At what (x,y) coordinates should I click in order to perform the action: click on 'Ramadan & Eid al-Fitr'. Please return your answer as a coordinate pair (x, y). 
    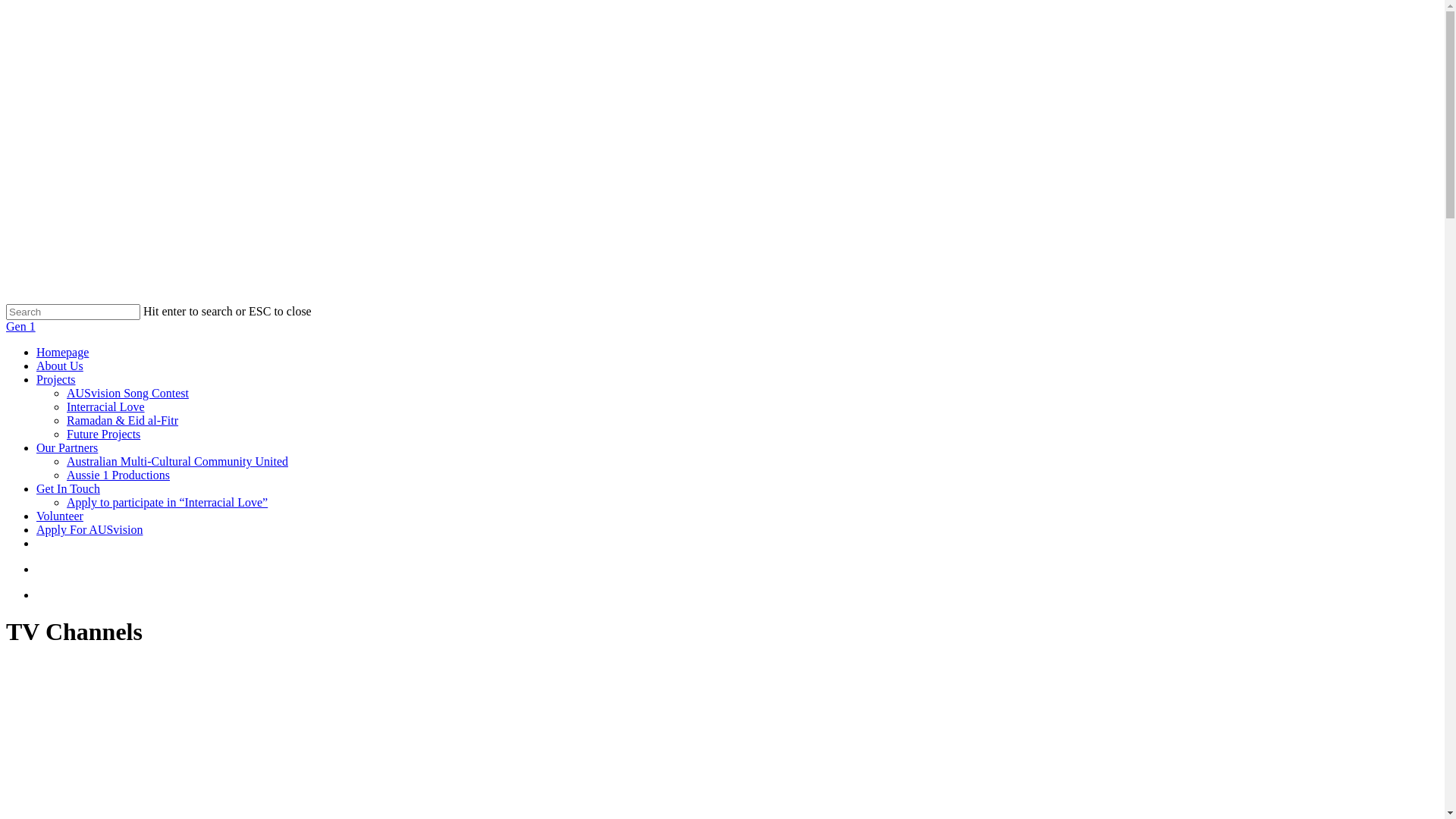
    Looking at the image, I should click on (122, 420).